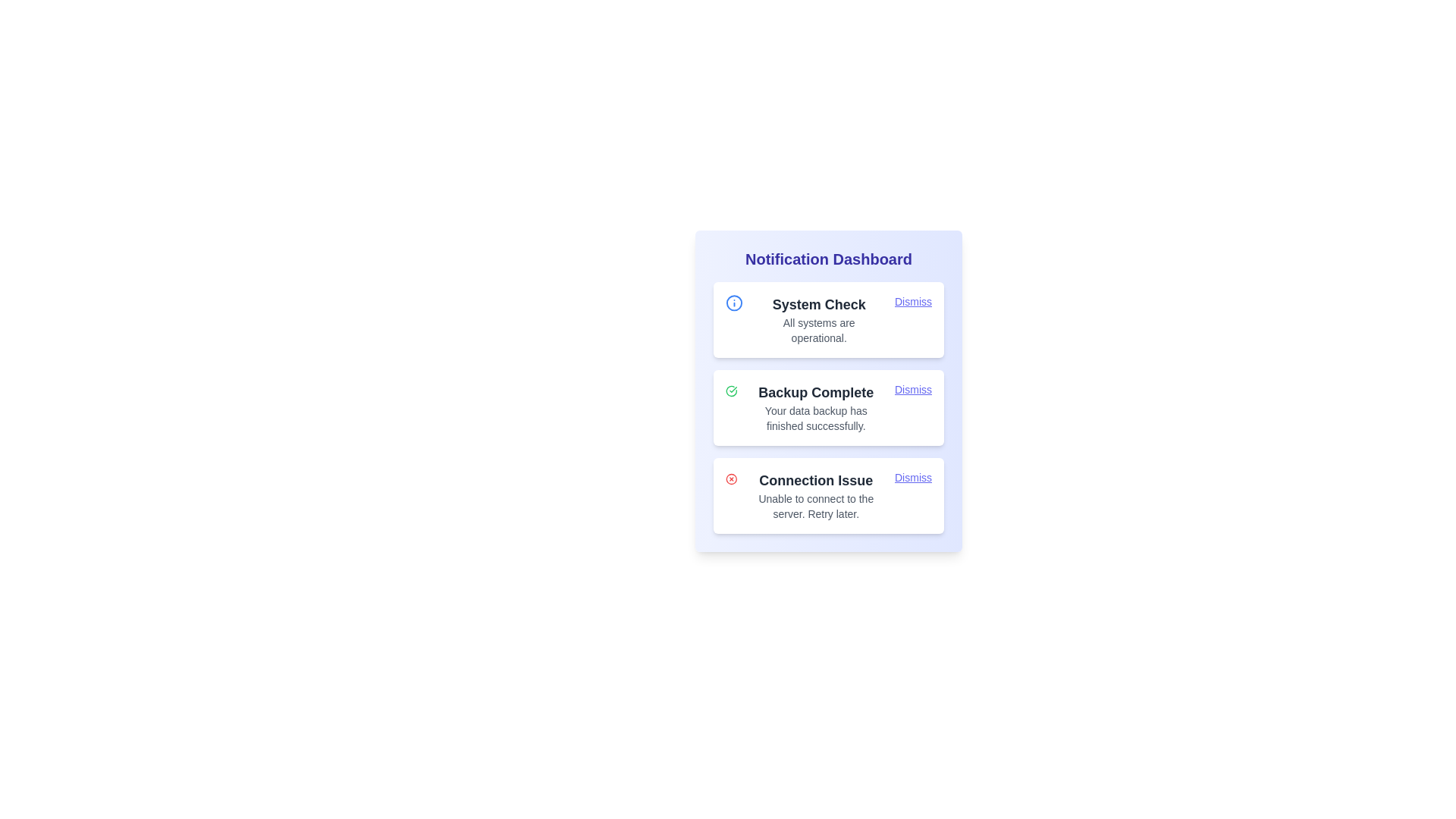 This screenshot has width=1456, height=819. Describe the element at coordinates (815, 418) in the screenshot. I see `the text element that reads 'Your data backup has finished successfully.' positioned directly underneath the 'Backup Complete' header` at that location.